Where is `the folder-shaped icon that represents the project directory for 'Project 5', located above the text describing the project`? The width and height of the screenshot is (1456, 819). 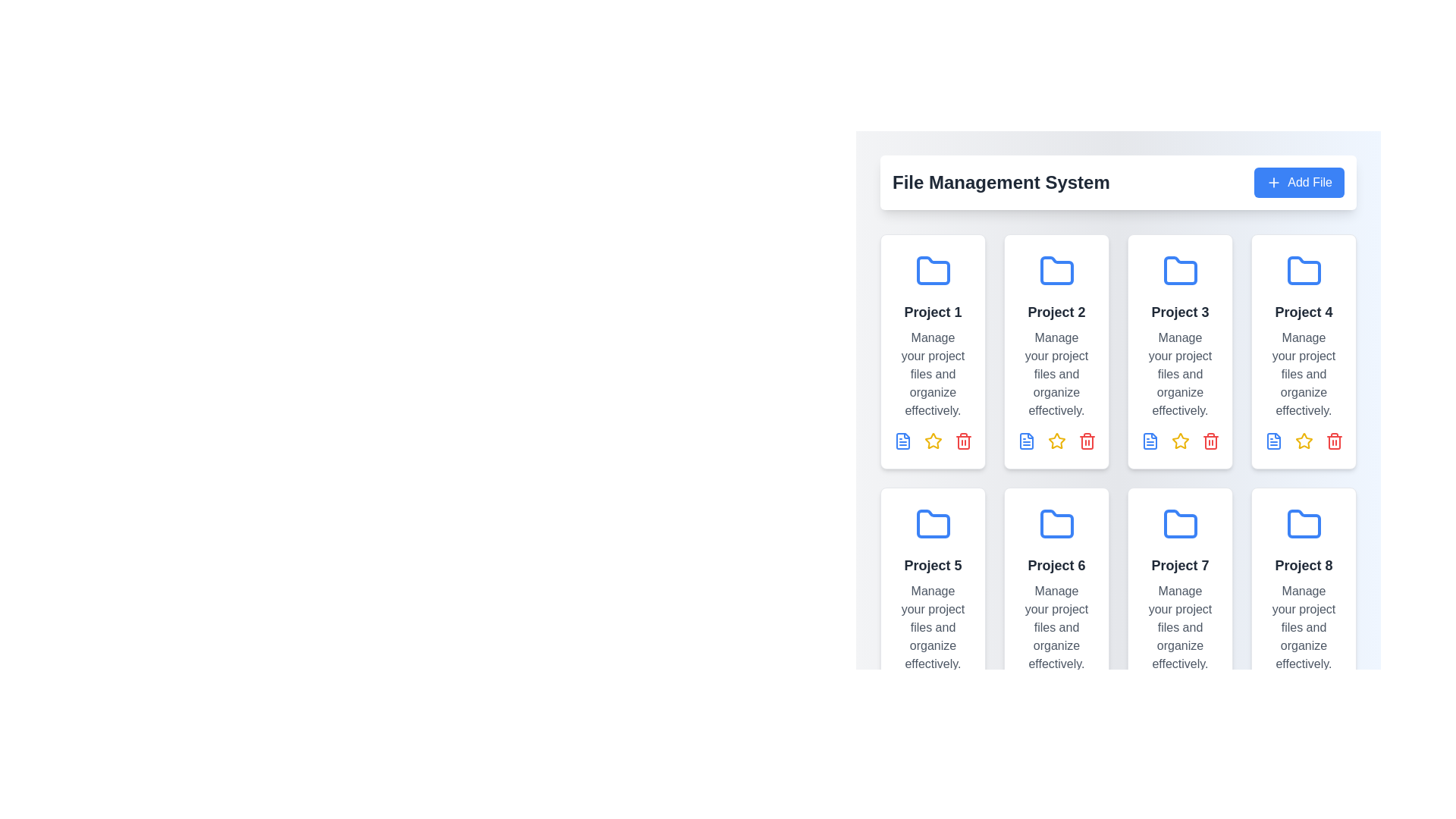 the folder-shaped icon that represents the project directory for 'Project 5', located above the text describing the project is located at coordinates (932, 523).